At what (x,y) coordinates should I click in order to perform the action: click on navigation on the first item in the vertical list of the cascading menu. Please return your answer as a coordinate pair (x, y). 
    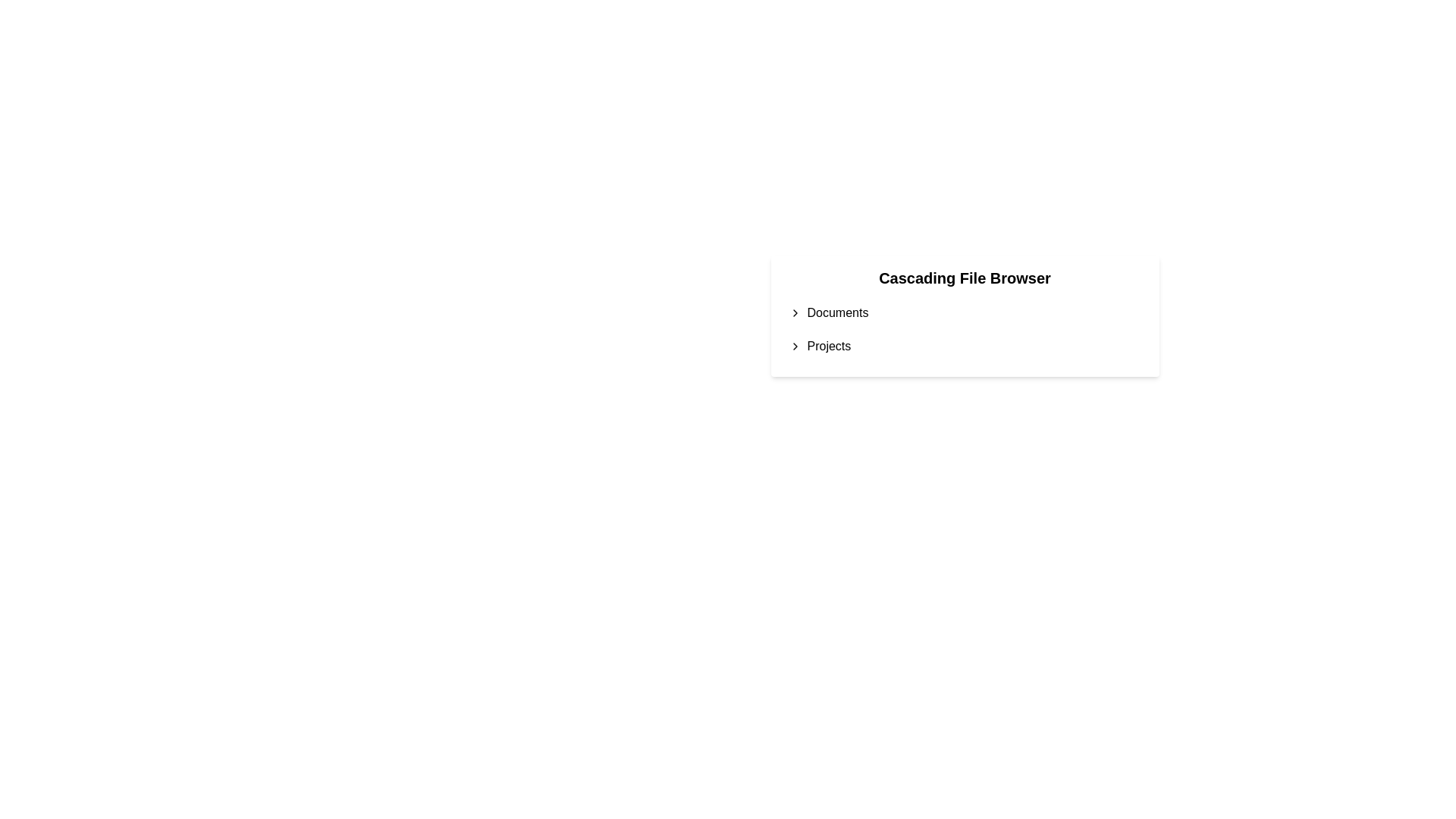
    Looking at the image, I should click on (964, 312).